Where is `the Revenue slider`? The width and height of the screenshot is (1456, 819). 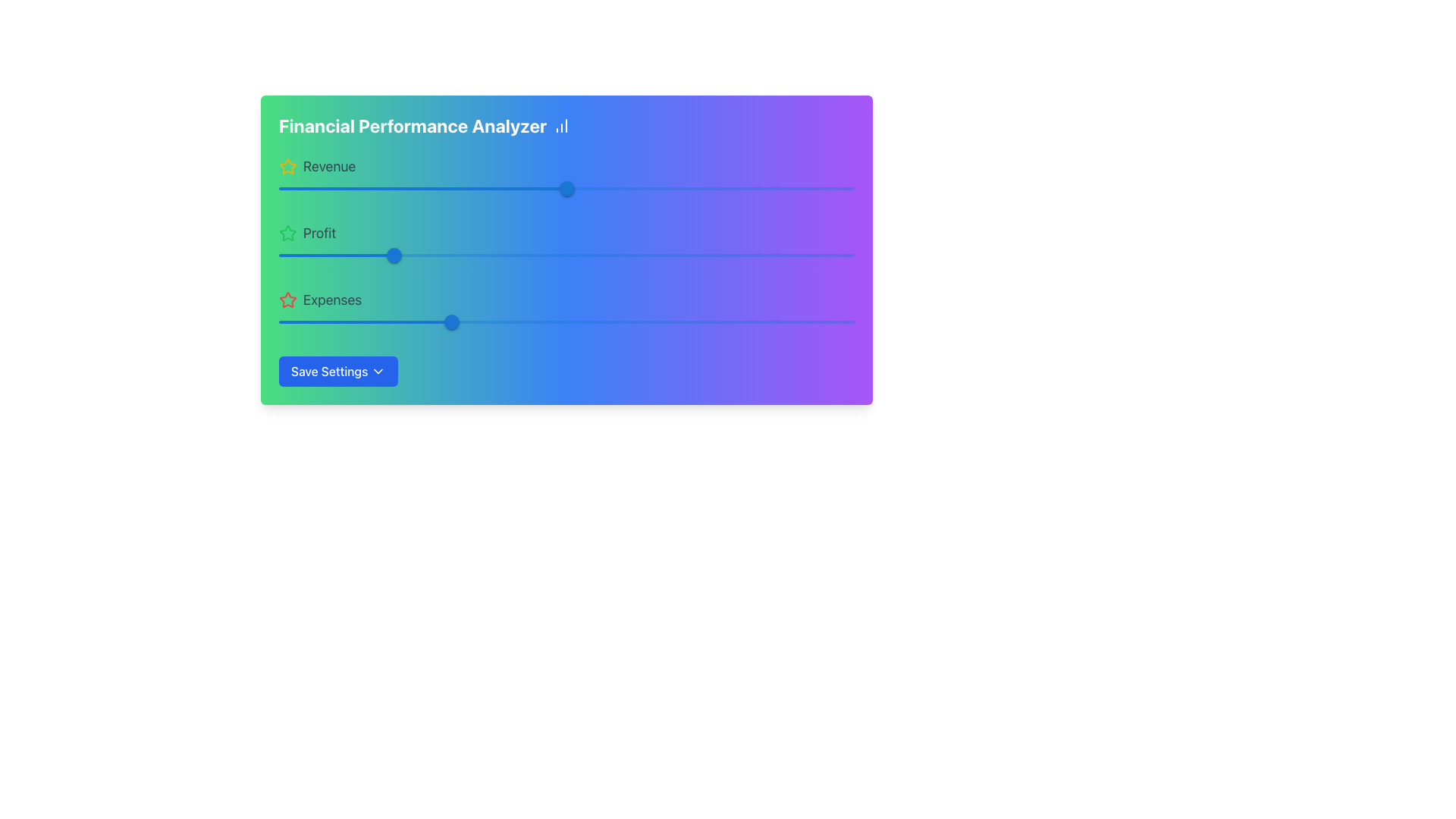 the Revenue slider is located at coordinates (538, 188).